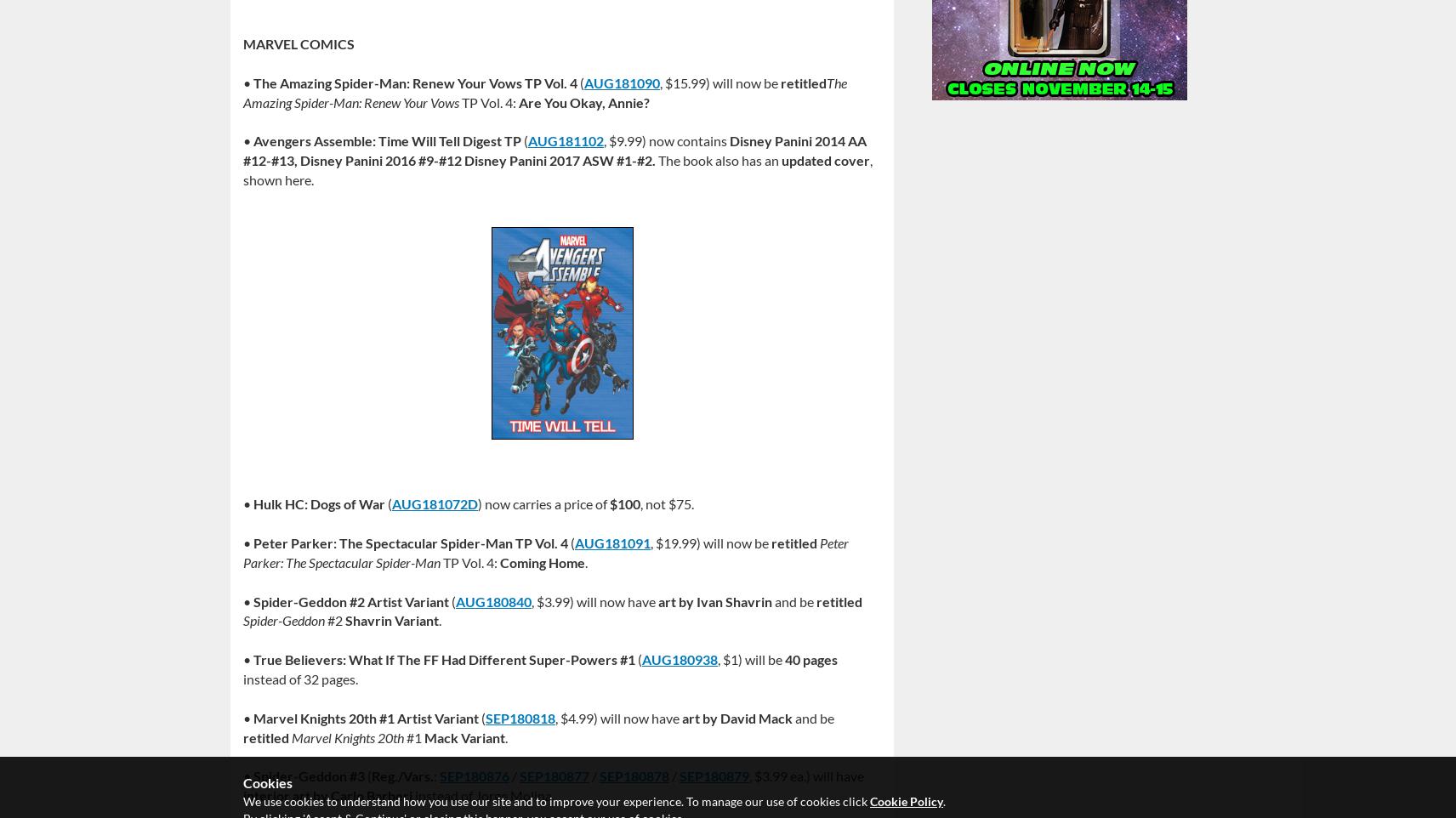  Describe the element at coordinates (748, 775) in the screenshot. I see `', $3.99 ea.) will have'` at that location.